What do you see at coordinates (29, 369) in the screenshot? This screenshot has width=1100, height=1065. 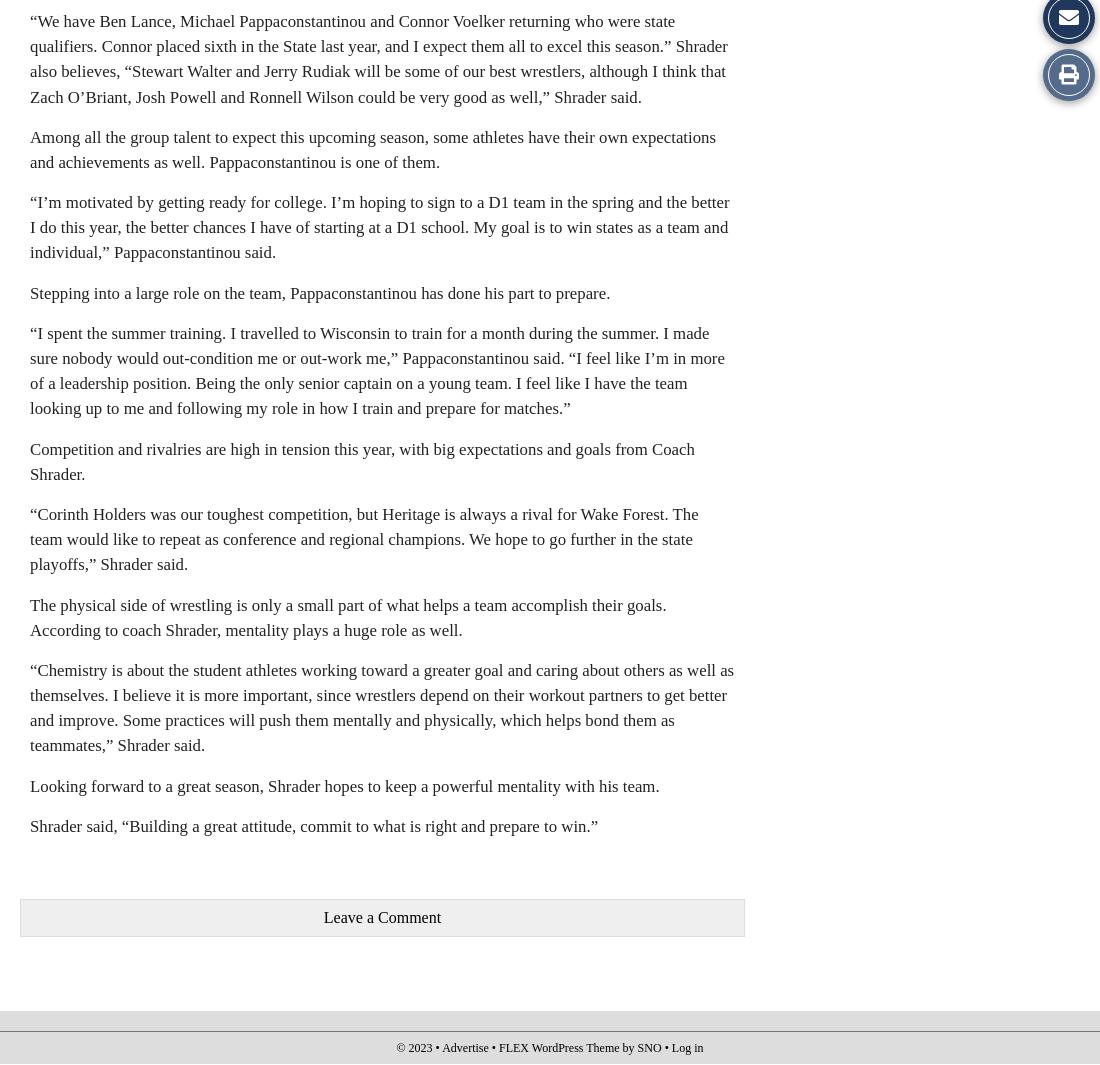 I see `'“I spent the summer training. I travelled to Wisconsin to train for a month during the summer. I made sure nobody would out-condition me or out-work me,” Pappaconstantinou said. “I feel like I’m in more of a leadership position. Being the only senior captain on a young team. I feel like I have the team looking up to me and following my role in how I train and prepare for matches.”'` at bounding box center [29, 369].